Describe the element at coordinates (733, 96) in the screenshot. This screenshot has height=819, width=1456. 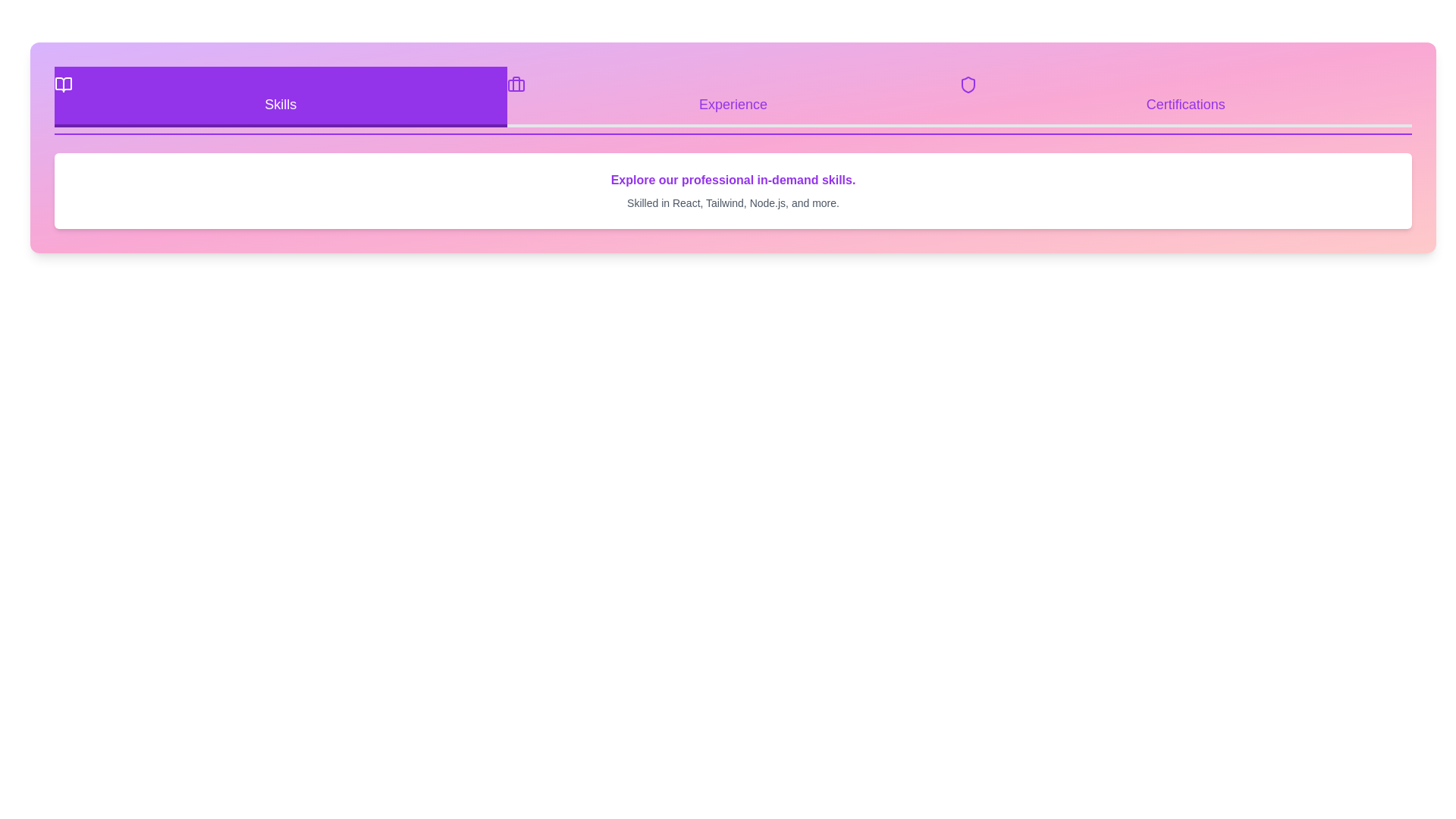
I see `the Experience tab by clicking on its button` at that location.